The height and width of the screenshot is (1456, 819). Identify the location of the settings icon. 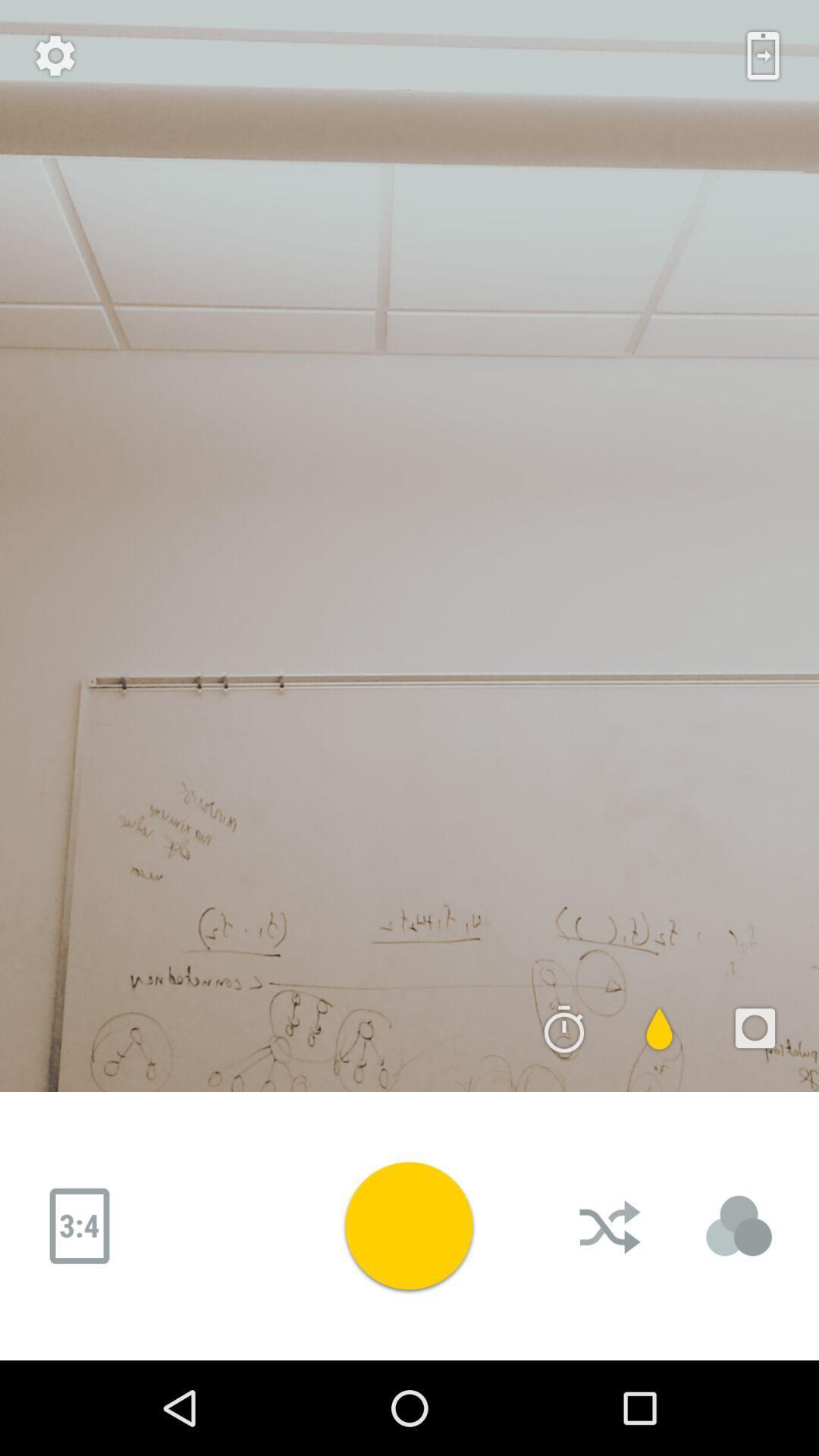
(55, 55).